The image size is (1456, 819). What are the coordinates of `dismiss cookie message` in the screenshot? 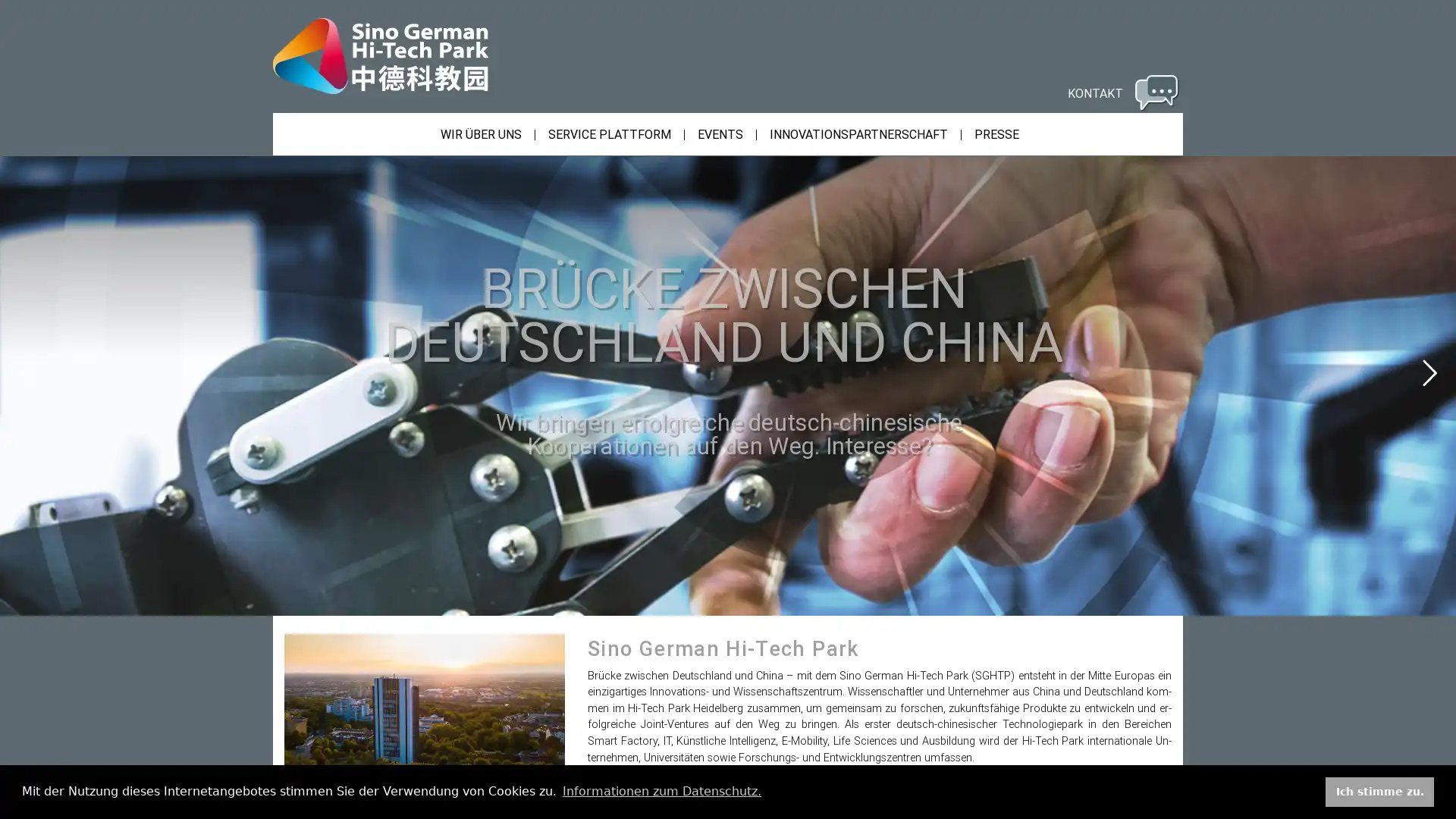 It's located at (1379, 791).